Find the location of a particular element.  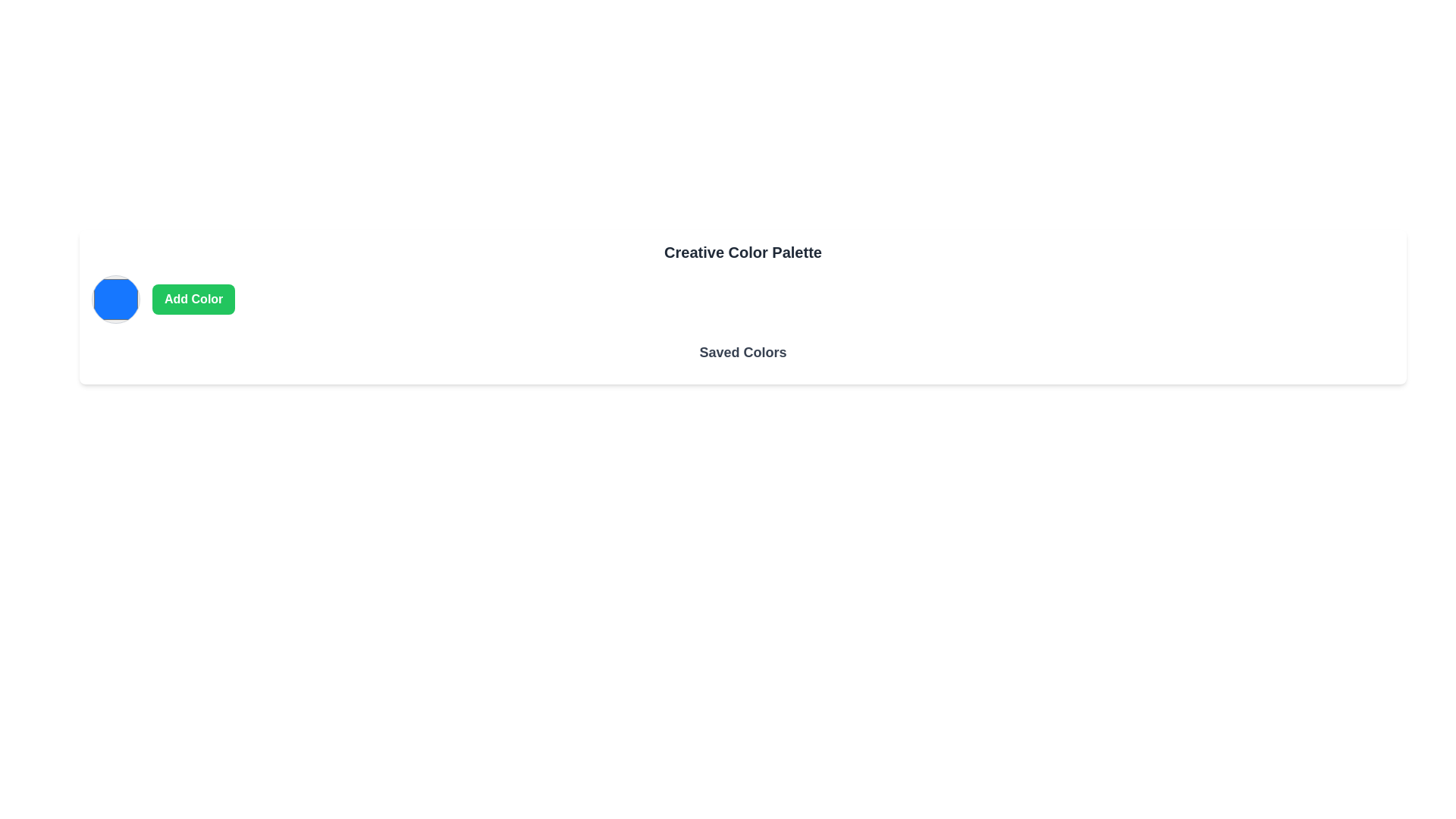

the text label that signifies the section for previously saved color items, located centrally at the bottom of the 'Creative Color Palette' section, below the 'Add Color' button is located at coordinates (742, 356).